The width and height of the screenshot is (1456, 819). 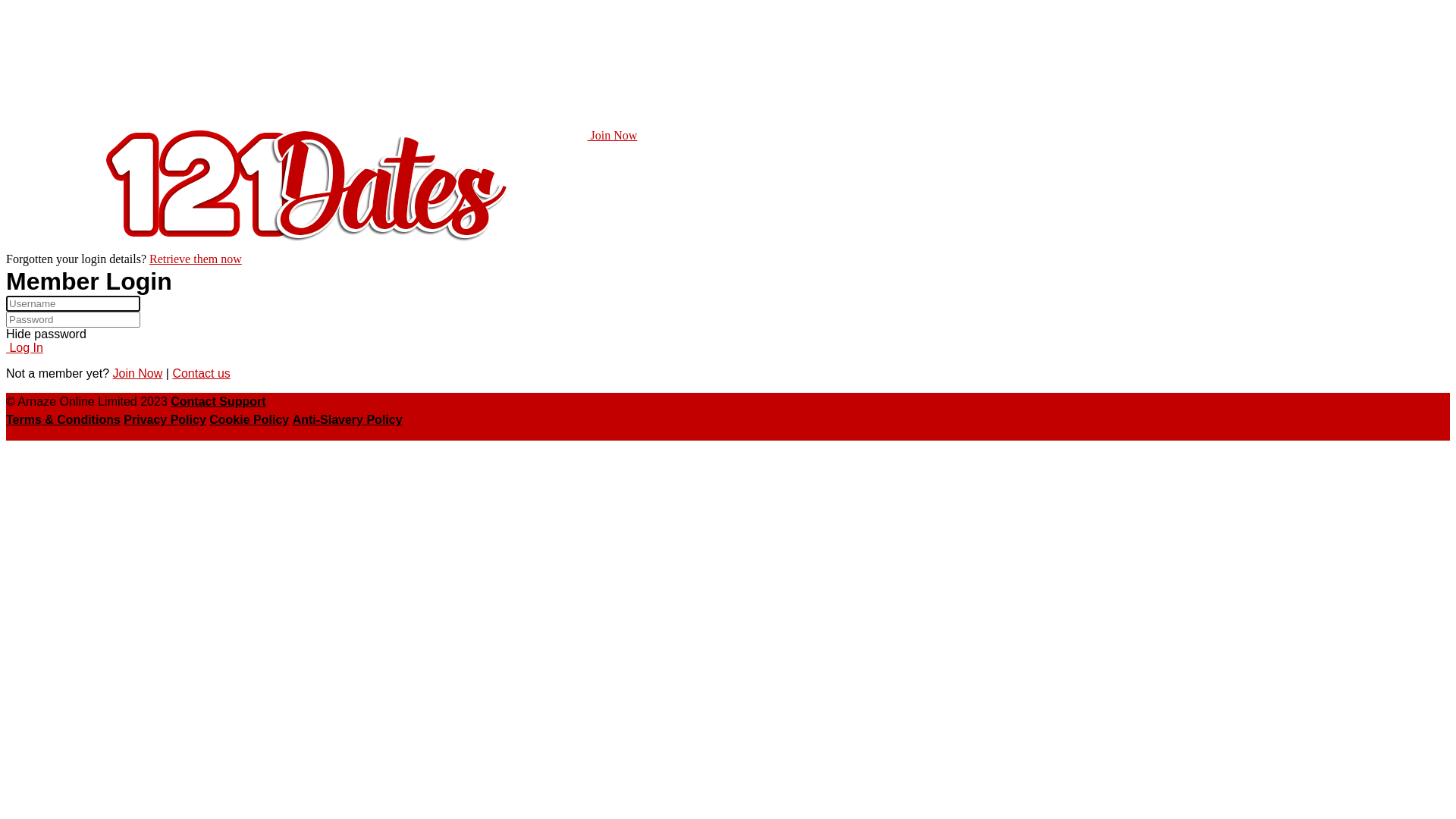 What do you see at coordinates (165, 419) in the screenshot?
I see `'Privacy Policy'` at bounding box center [165, 419].